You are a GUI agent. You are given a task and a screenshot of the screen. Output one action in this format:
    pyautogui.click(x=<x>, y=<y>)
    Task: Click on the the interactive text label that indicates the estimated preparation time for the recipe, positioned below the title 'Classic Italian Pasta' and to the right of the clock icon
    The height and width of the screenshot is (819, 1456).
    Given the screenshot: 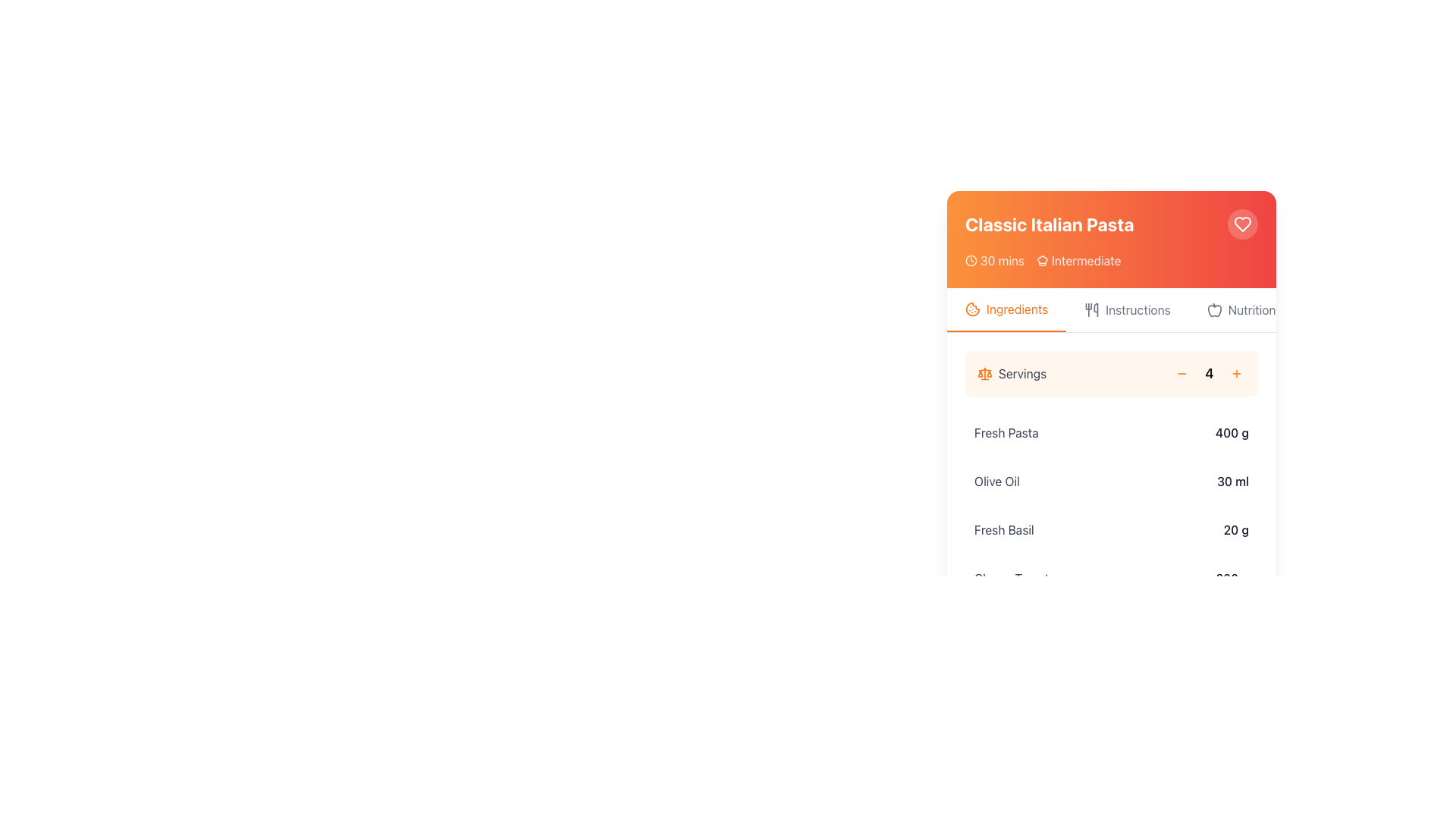 What is the action you would take?
    pyautogui.click(x=1002, y=259)
    